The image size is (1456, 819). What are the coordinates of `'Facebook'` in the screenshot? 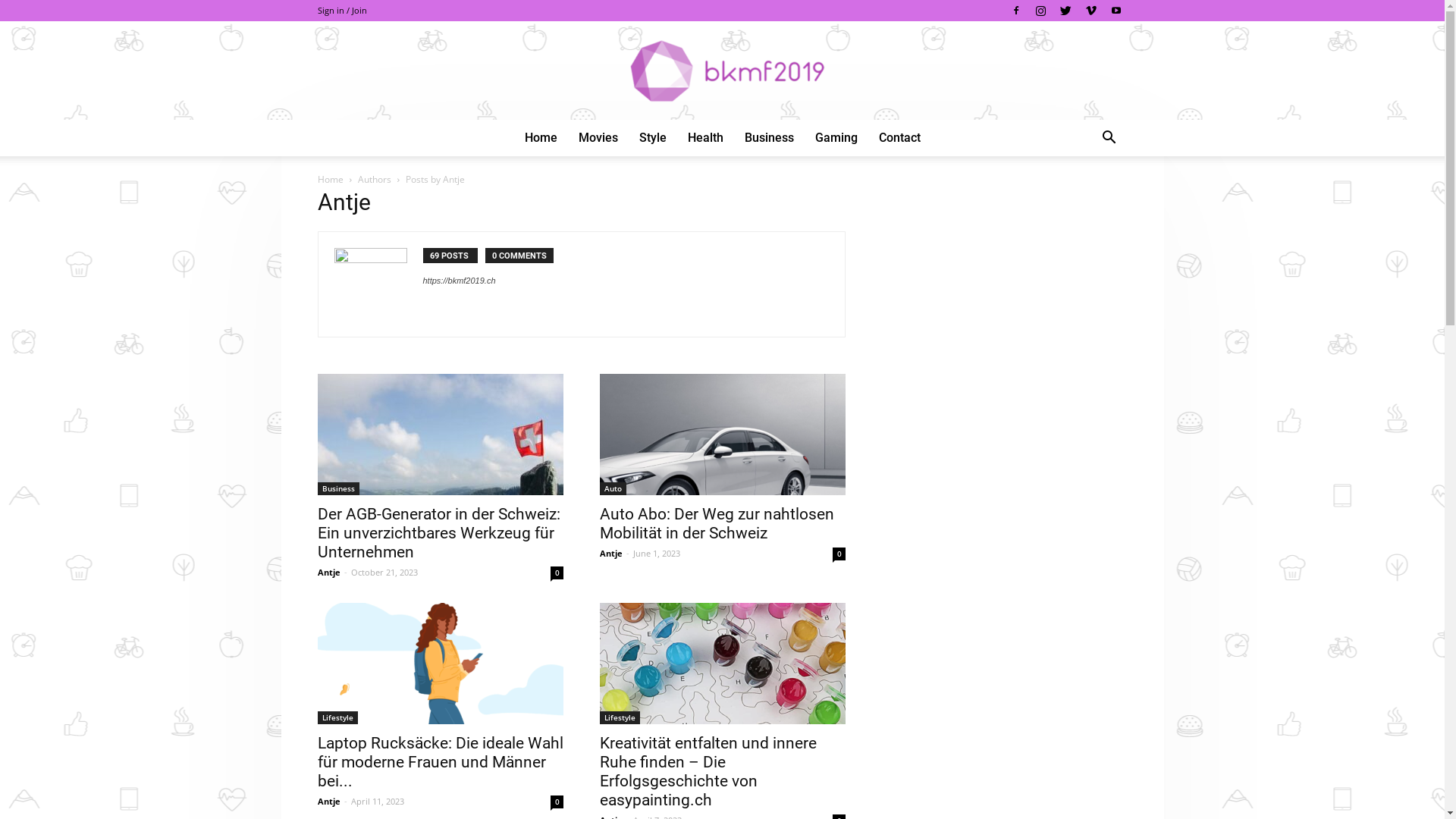 It's located at (1015, 11).